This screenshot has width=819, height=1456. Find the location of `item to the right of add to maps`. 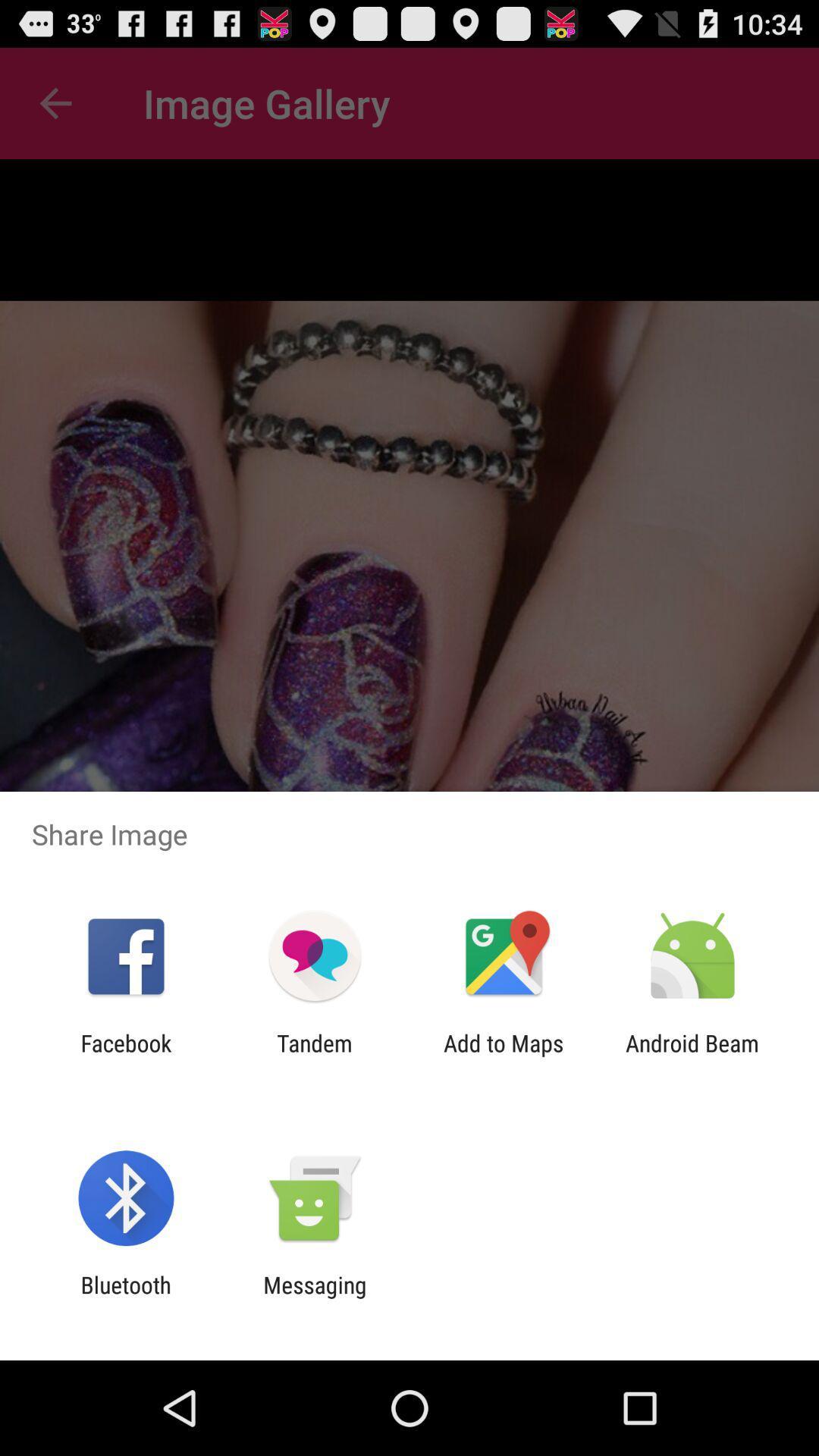

item to the right of add to maps is located at coordinates (692, 1056).